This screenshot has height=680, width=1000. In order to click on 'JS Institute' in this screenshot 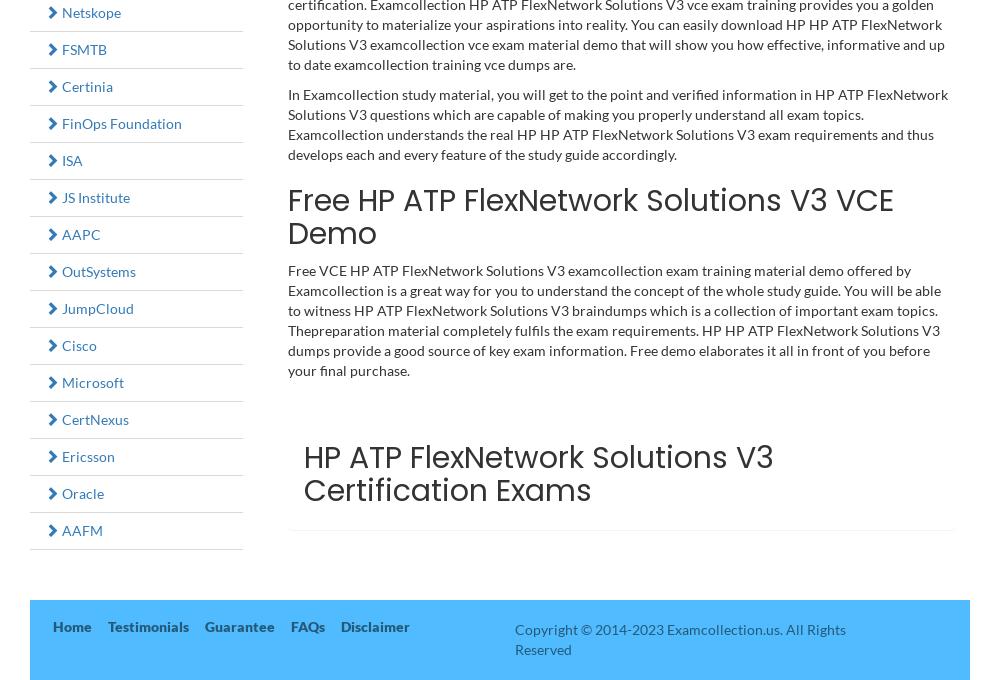, I will do `click(93, 195)`.